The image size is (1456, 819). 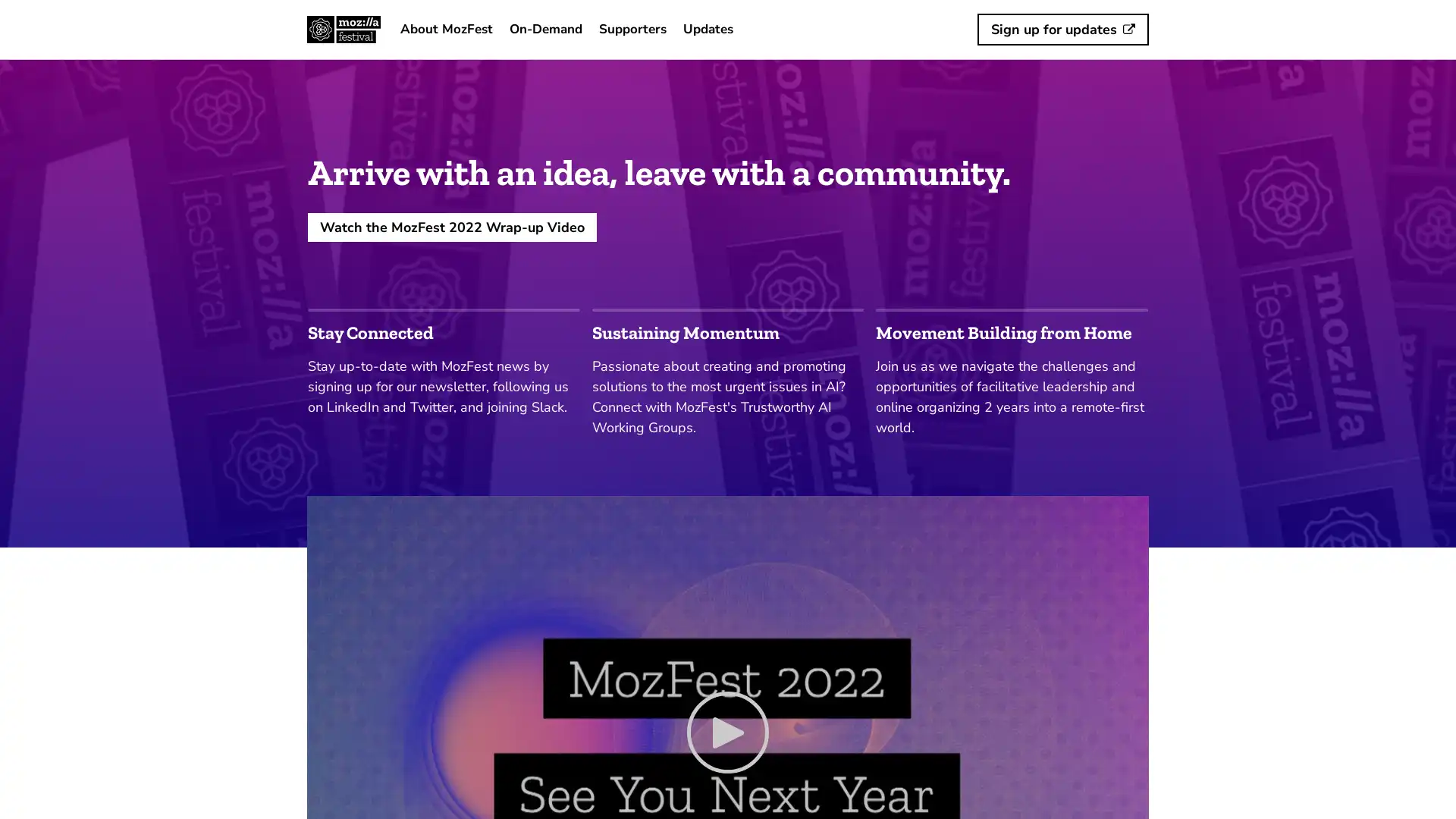 I want to click on Go to slide 3, so click(x=1012, y=309).